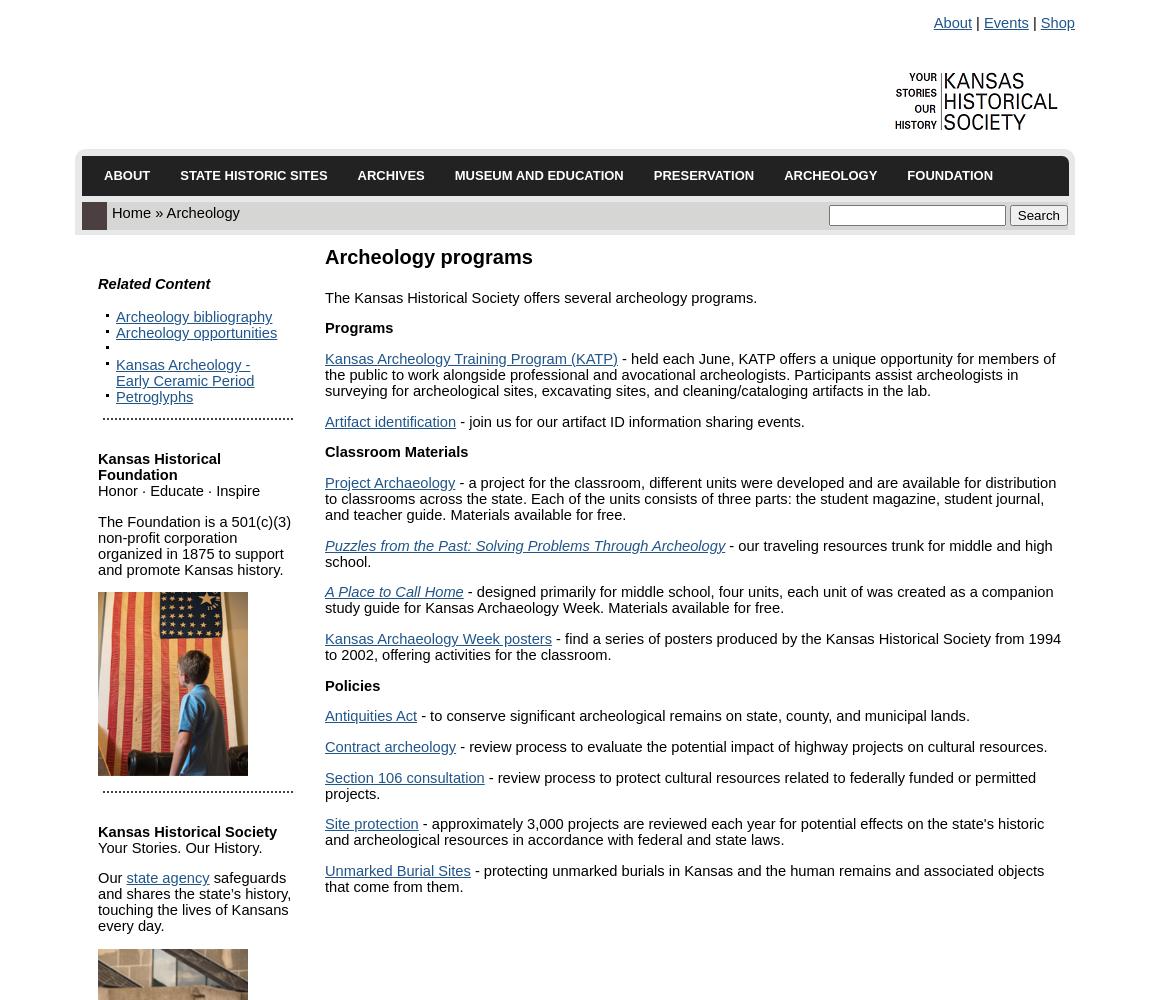 Image resolution: width=1150 pixels, height=1000 pixels. Describe the element at coordinates (324, 745) in the screenshot. I see `'Contract archeology'` at that location.